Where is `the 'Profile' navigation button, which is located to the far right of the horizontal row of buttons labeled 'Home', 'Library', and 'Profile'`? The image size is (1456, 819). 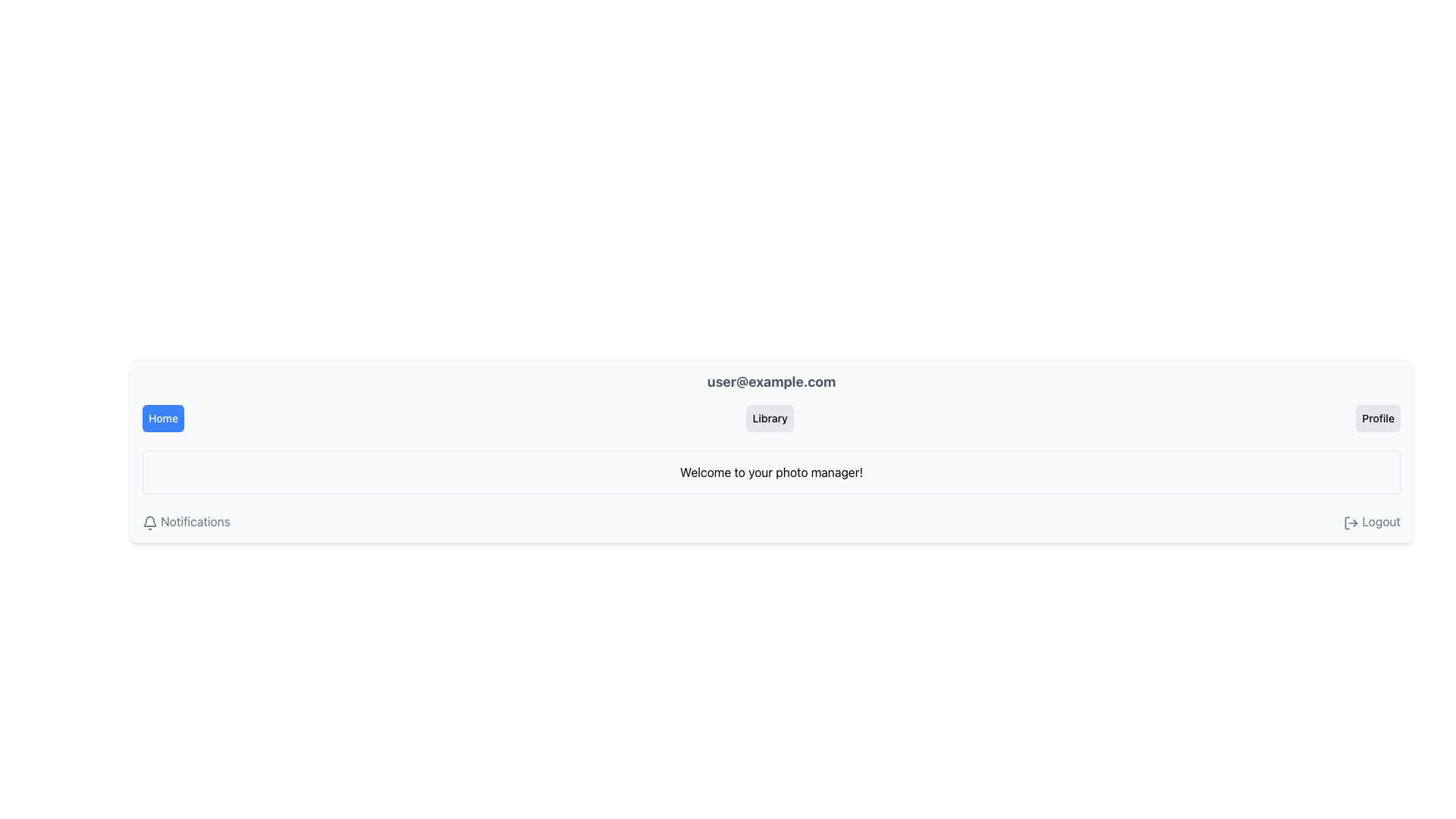
the 'Profile' navigation button, which is located to the far right of the horizontal row of buttons labeled 'Home', 'Library', and 'Profile' is located at coordinates (1378, 418).